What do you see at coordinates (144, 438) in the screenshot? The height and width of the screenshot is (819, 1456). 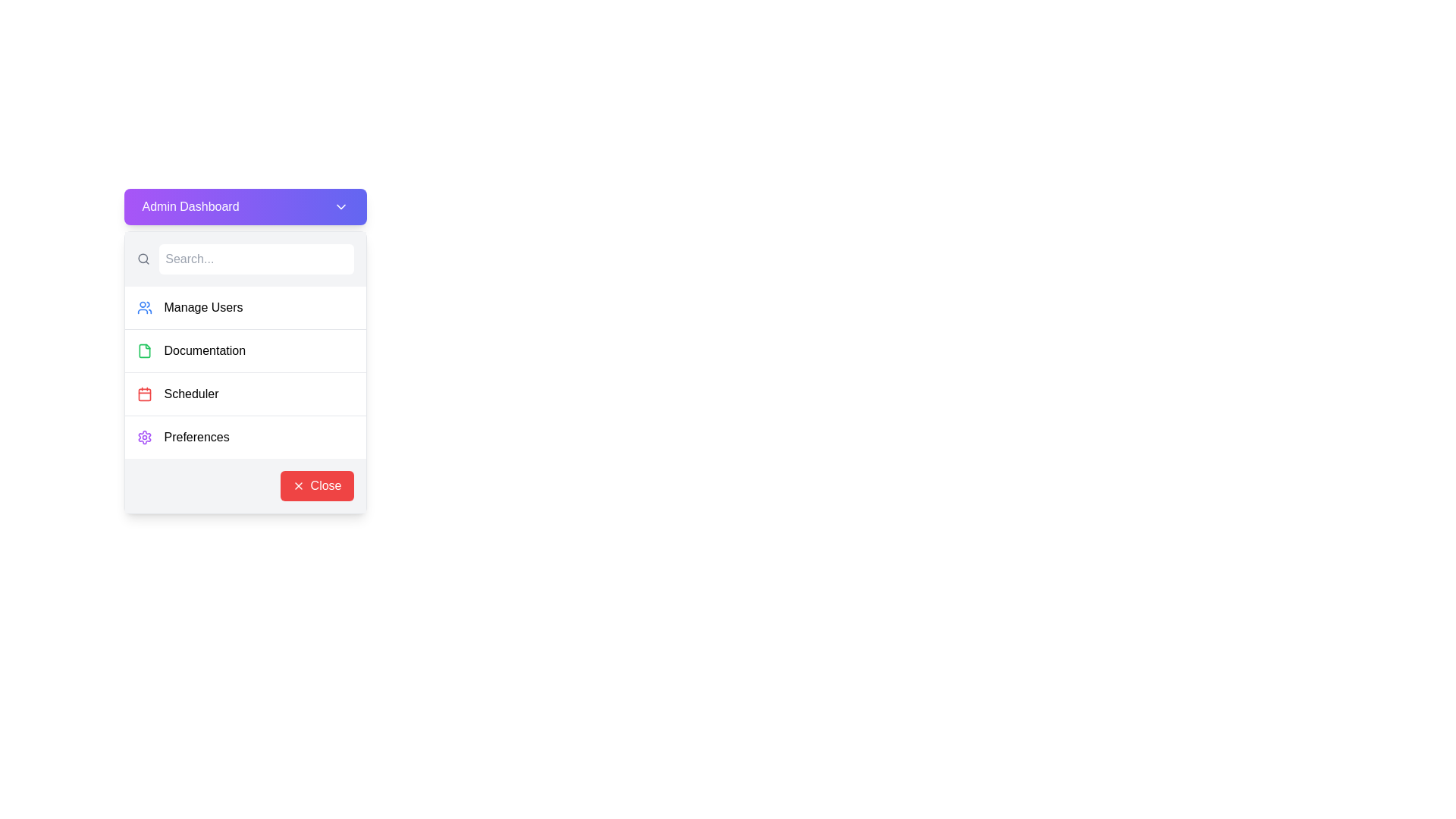 I see `the visual indicator icon for the 'Preferences' menu item, which is located to the left of the text 'Preferences' in the dropdown menu` at bounding box center [144, 438].